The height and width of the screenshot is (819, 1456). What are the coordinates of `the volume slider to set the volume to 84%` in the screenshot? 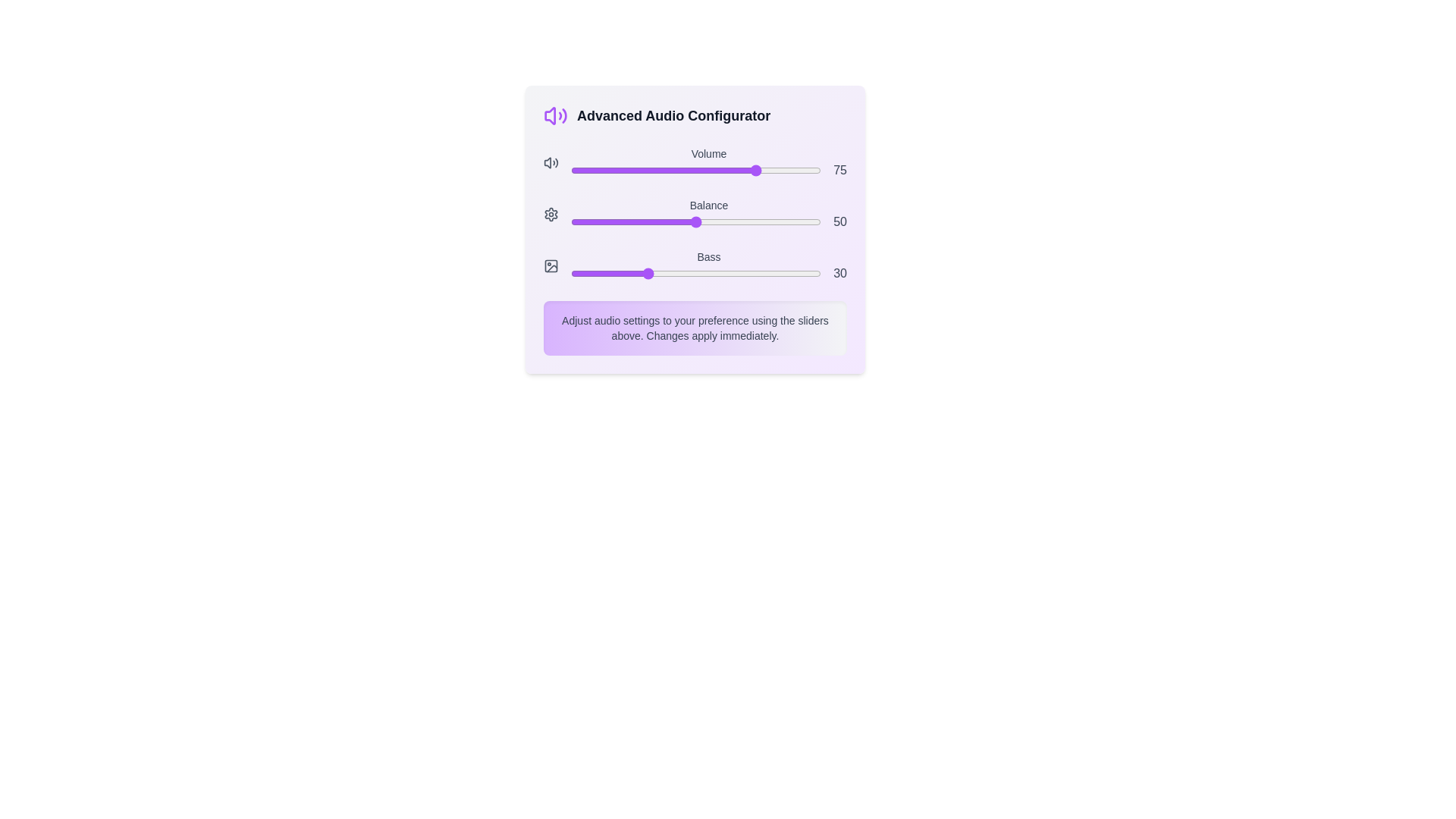 It's located at (781, 170).